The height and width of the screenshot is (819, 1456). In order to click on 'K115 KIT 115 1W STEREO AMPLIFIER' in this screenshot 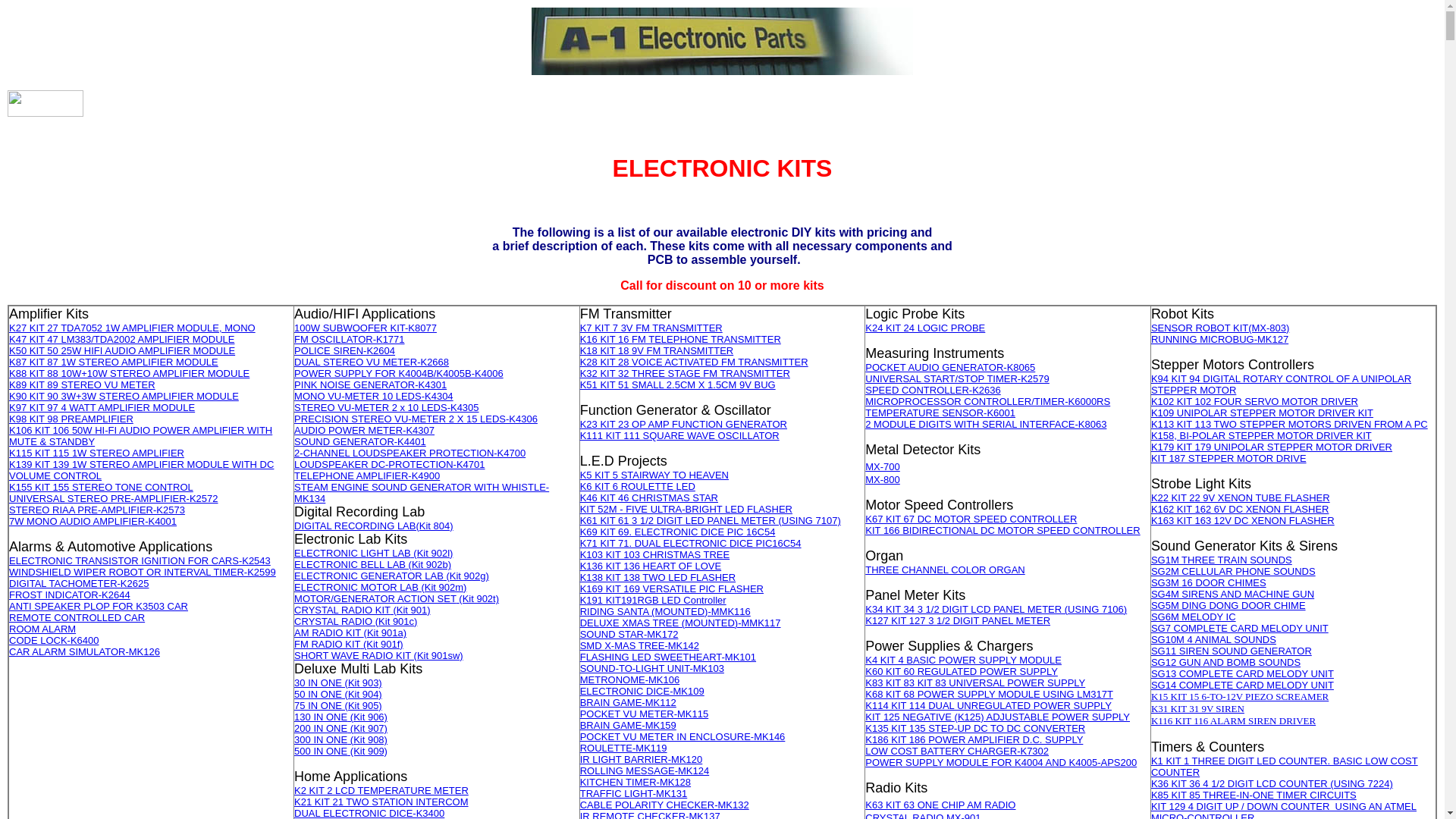, I will do `click(96, 452)`.